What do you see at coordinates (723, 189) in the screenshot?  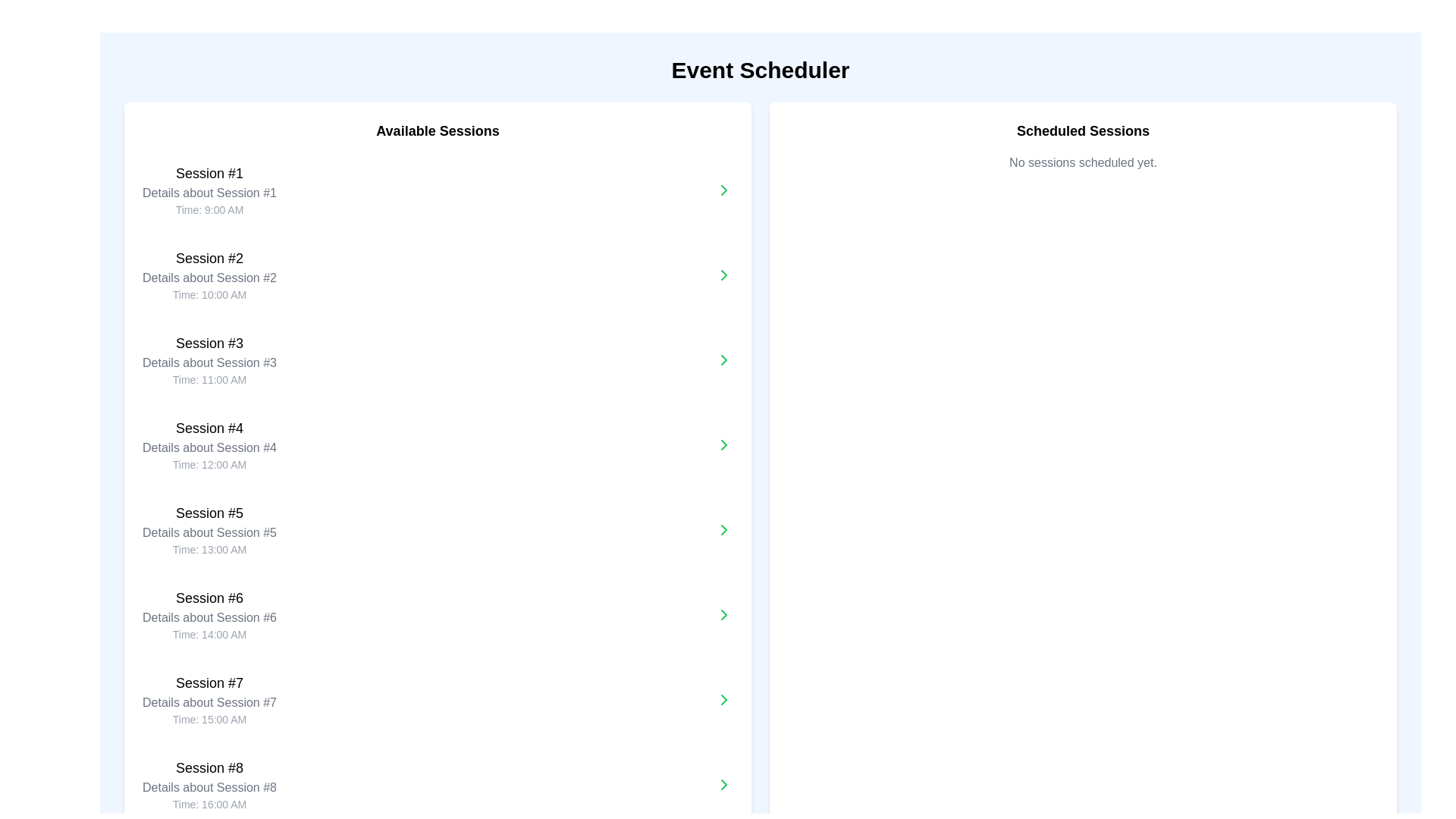 I see `the green right-facing chevron button located at the end of the 'Session #1' block to trigger the color change effect` at bounding box center [723, 189].